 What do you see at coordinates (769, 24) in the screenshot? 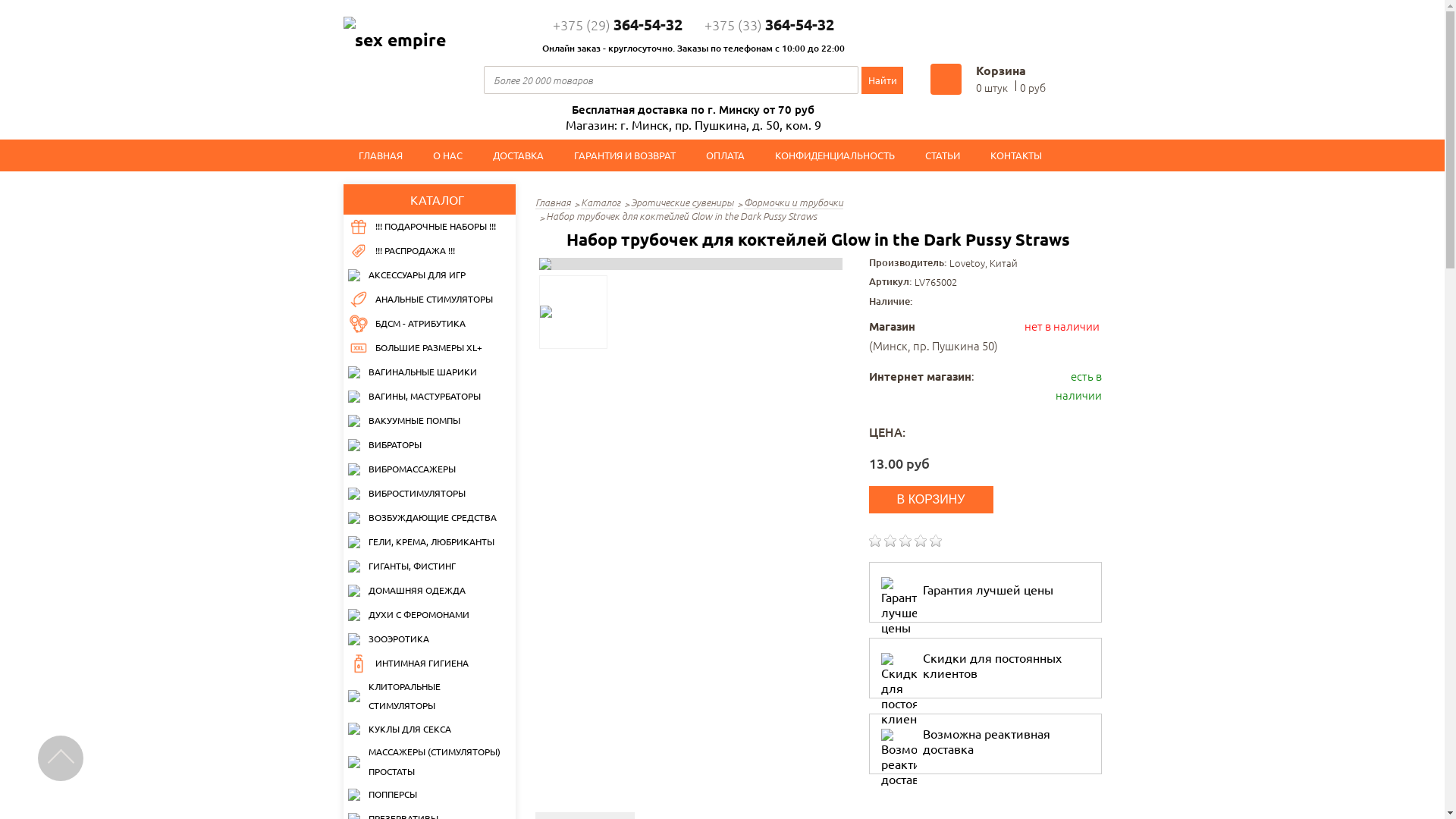
I see `'+375 (33)364-54-32'` at bounding box center [769, 24].